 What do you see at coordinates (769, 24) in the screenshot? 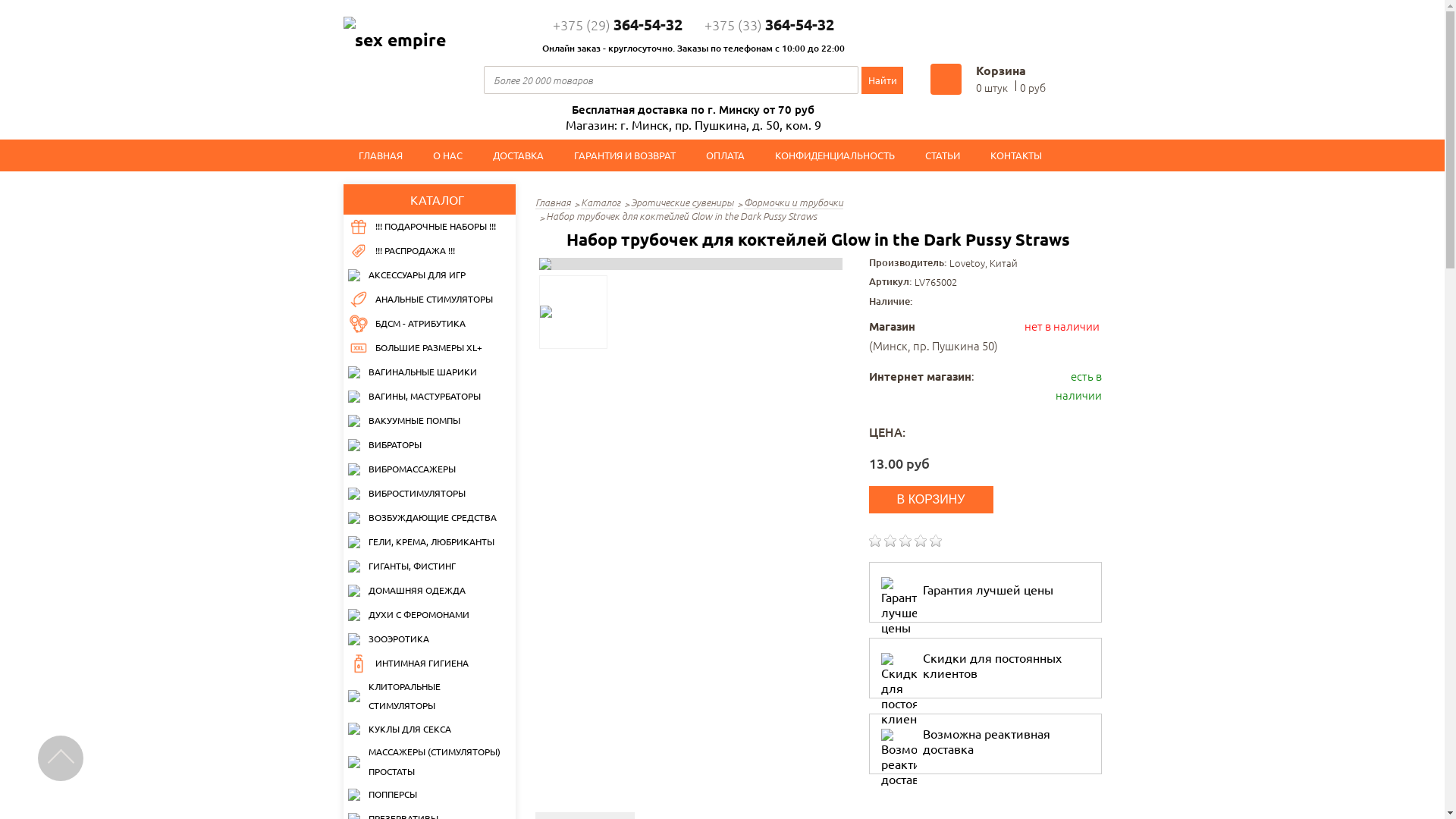
I see `'+375 (33)364-54-32'` at bounding box center [769, 24].